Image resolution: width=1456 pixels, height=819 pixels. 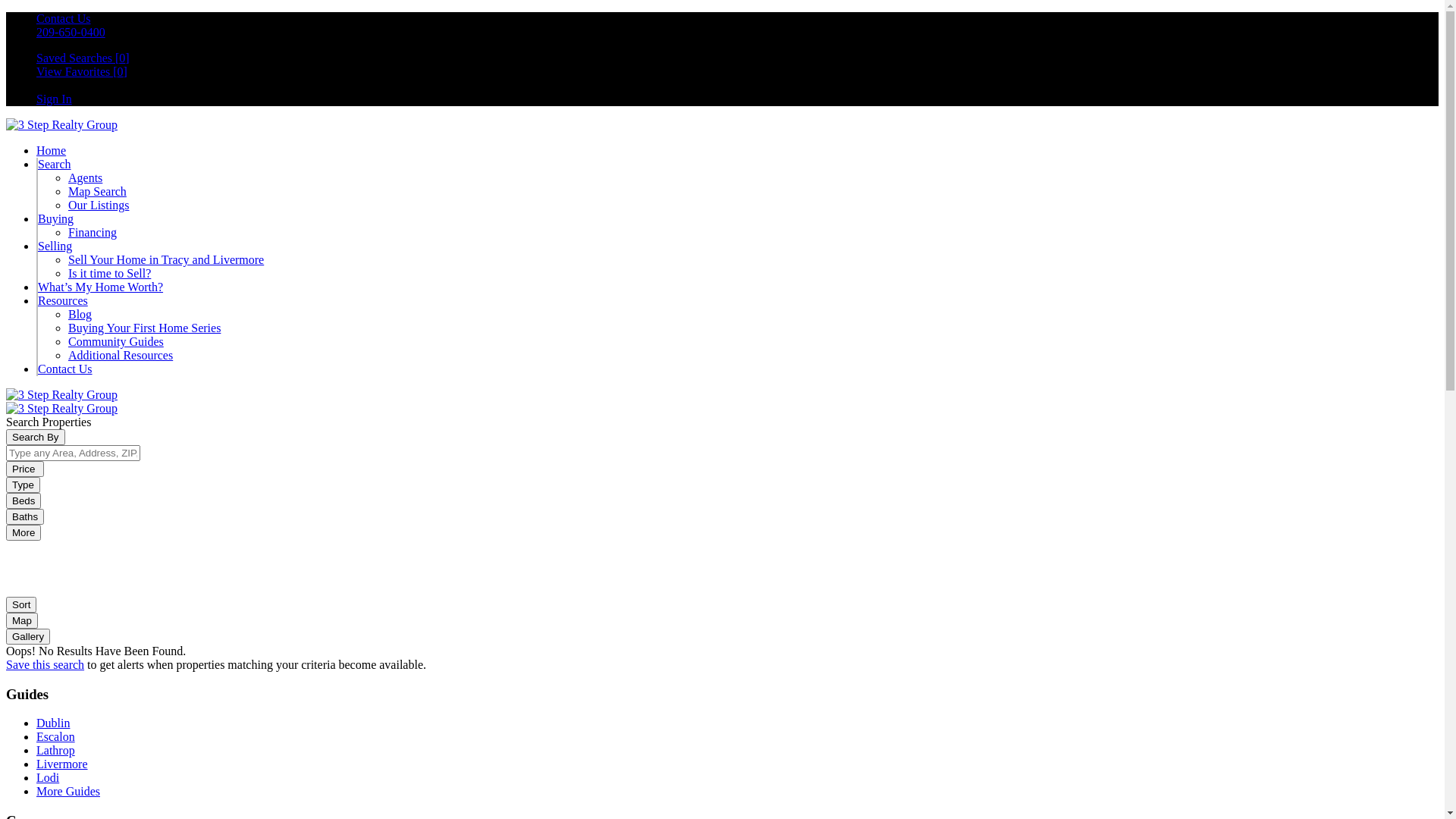 What do you see at coordinates (37, 369) in the screenshot?
I see `'Contact Us'` at bounding box center [37, 369].